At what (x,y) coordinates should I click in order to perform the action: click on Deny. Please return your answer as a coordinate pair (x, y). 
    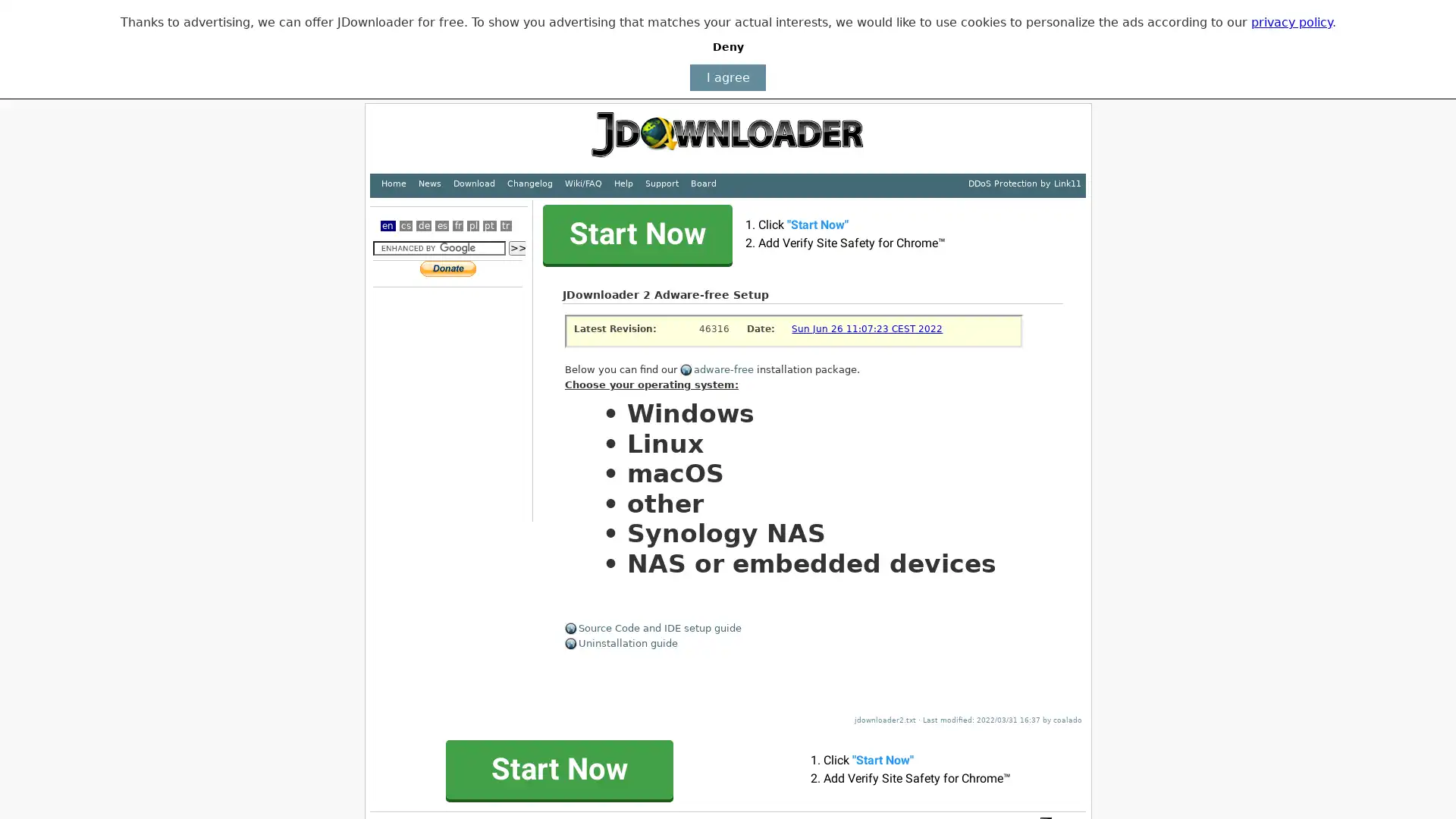
    Looking at the image, I should click on (728, 45).